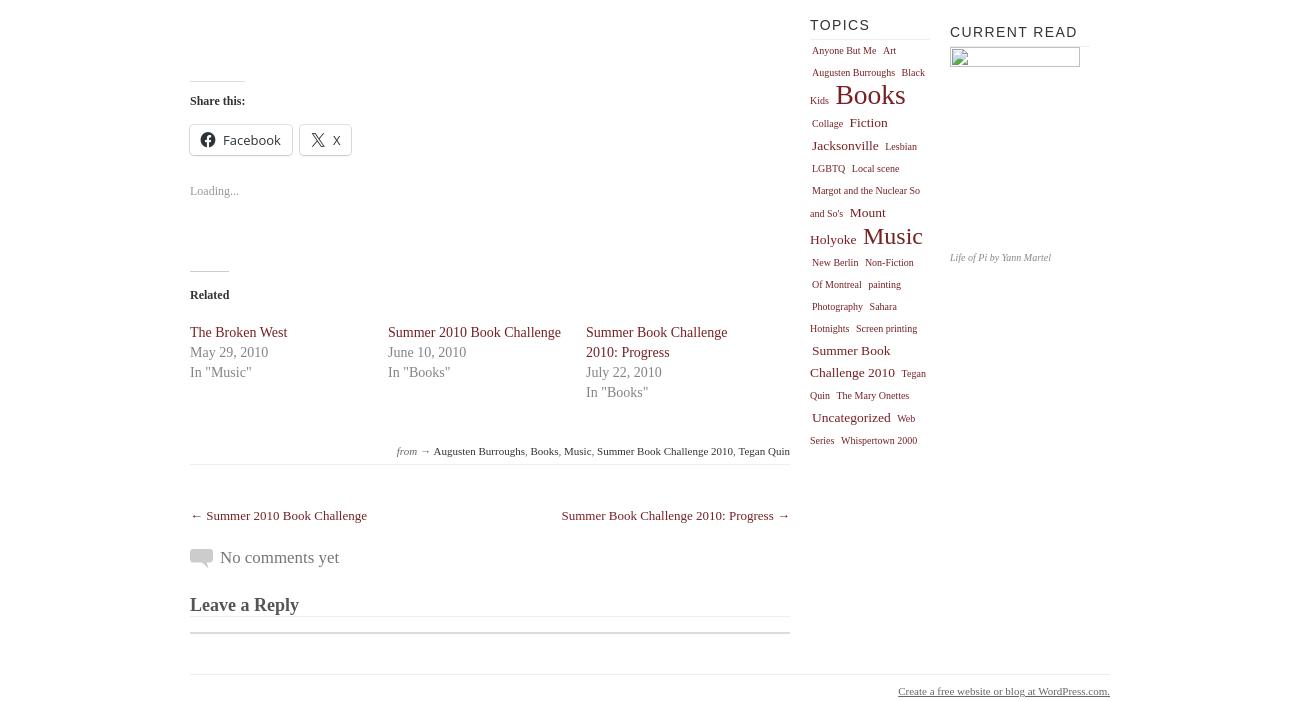 The width and height of the screenshot is (1300, 701). I want to click on 'Screen printing', so click(884, 327).